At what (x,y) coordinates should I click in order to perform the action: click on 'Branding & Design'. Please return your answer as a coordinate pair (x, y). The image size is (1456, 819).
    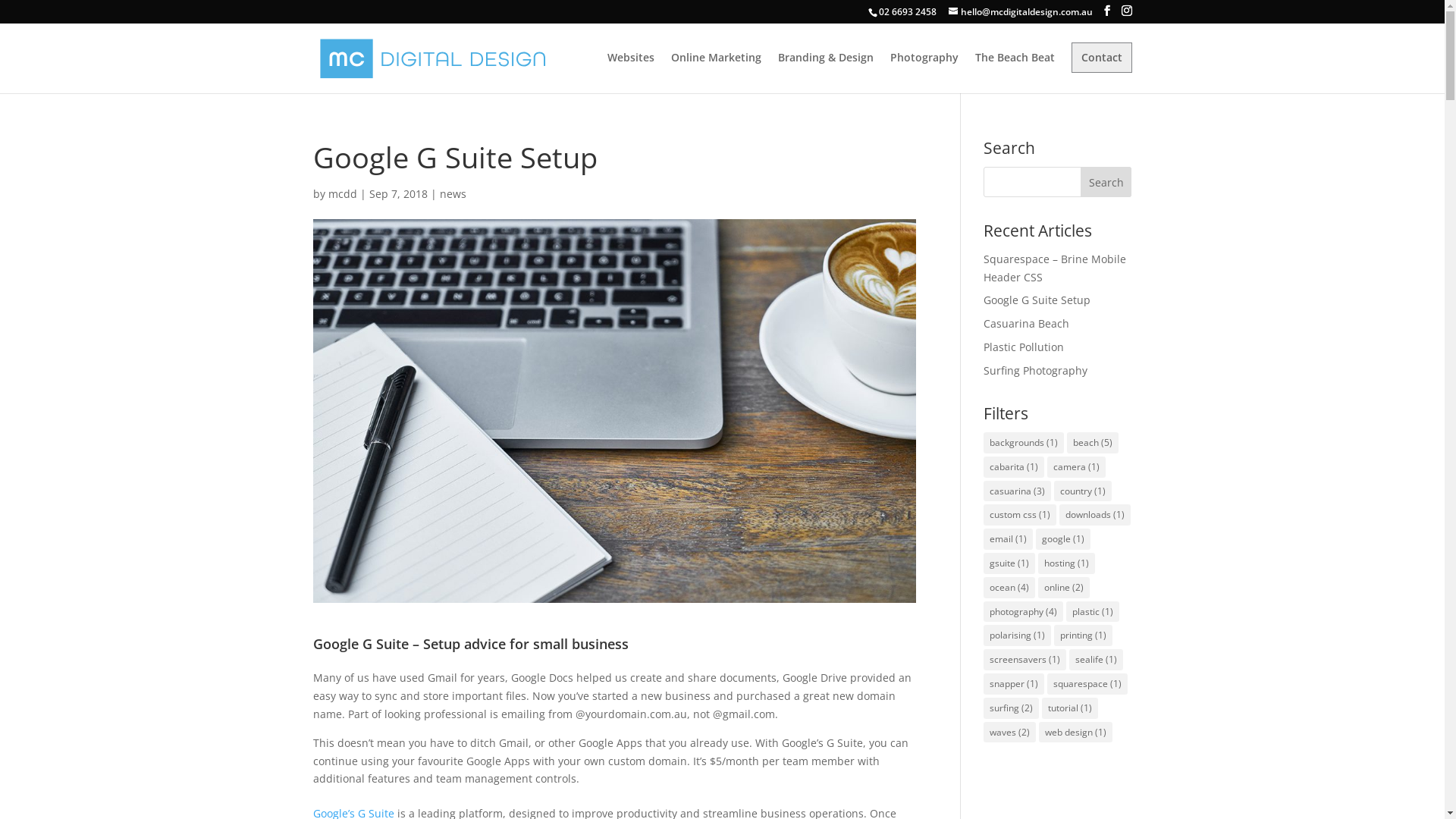
    Looking at the image, I should click on (825, 73).